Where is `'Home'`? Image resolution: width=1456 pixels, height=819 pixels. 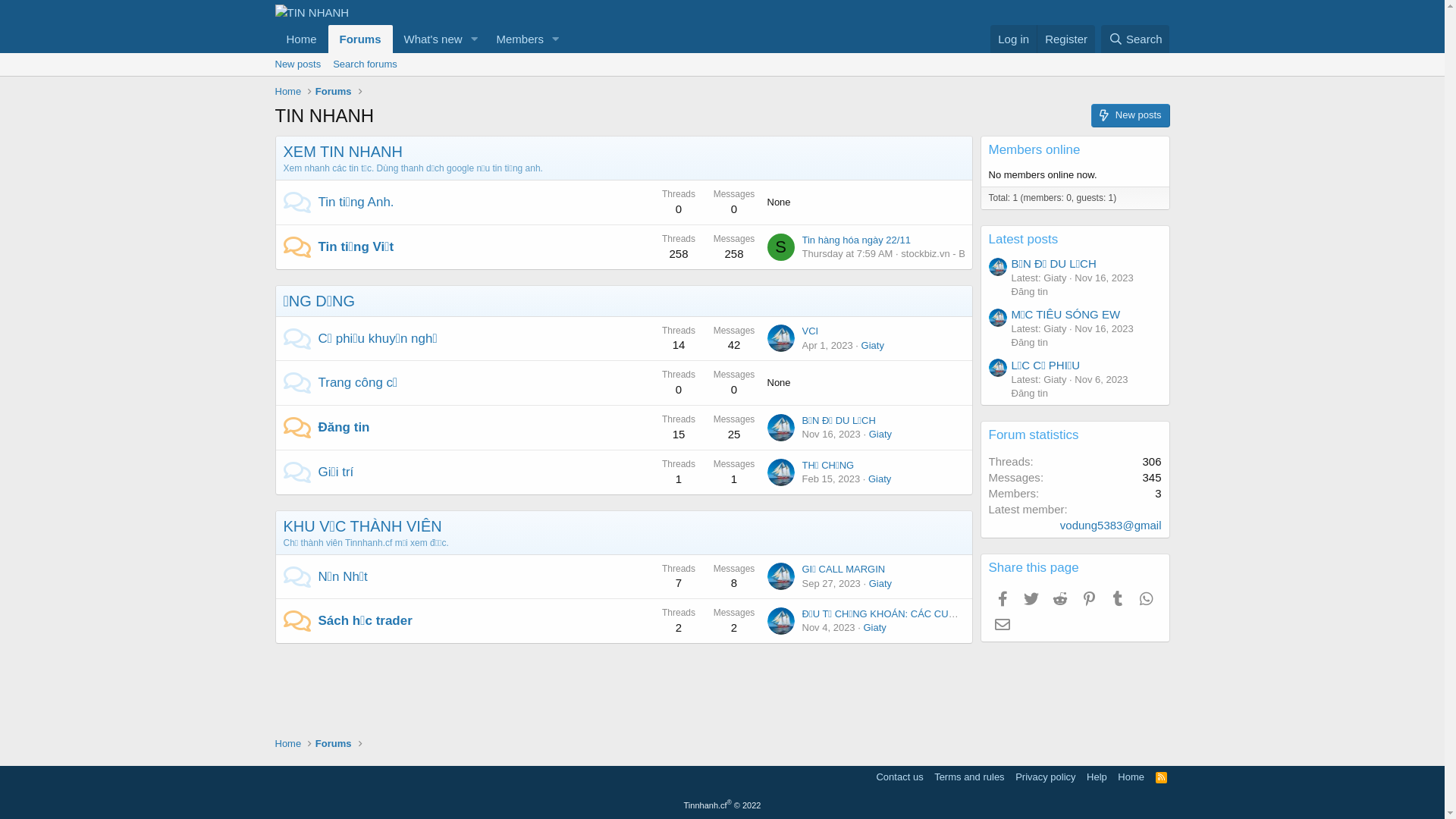
'Home' is located at coordinates (301, 38).